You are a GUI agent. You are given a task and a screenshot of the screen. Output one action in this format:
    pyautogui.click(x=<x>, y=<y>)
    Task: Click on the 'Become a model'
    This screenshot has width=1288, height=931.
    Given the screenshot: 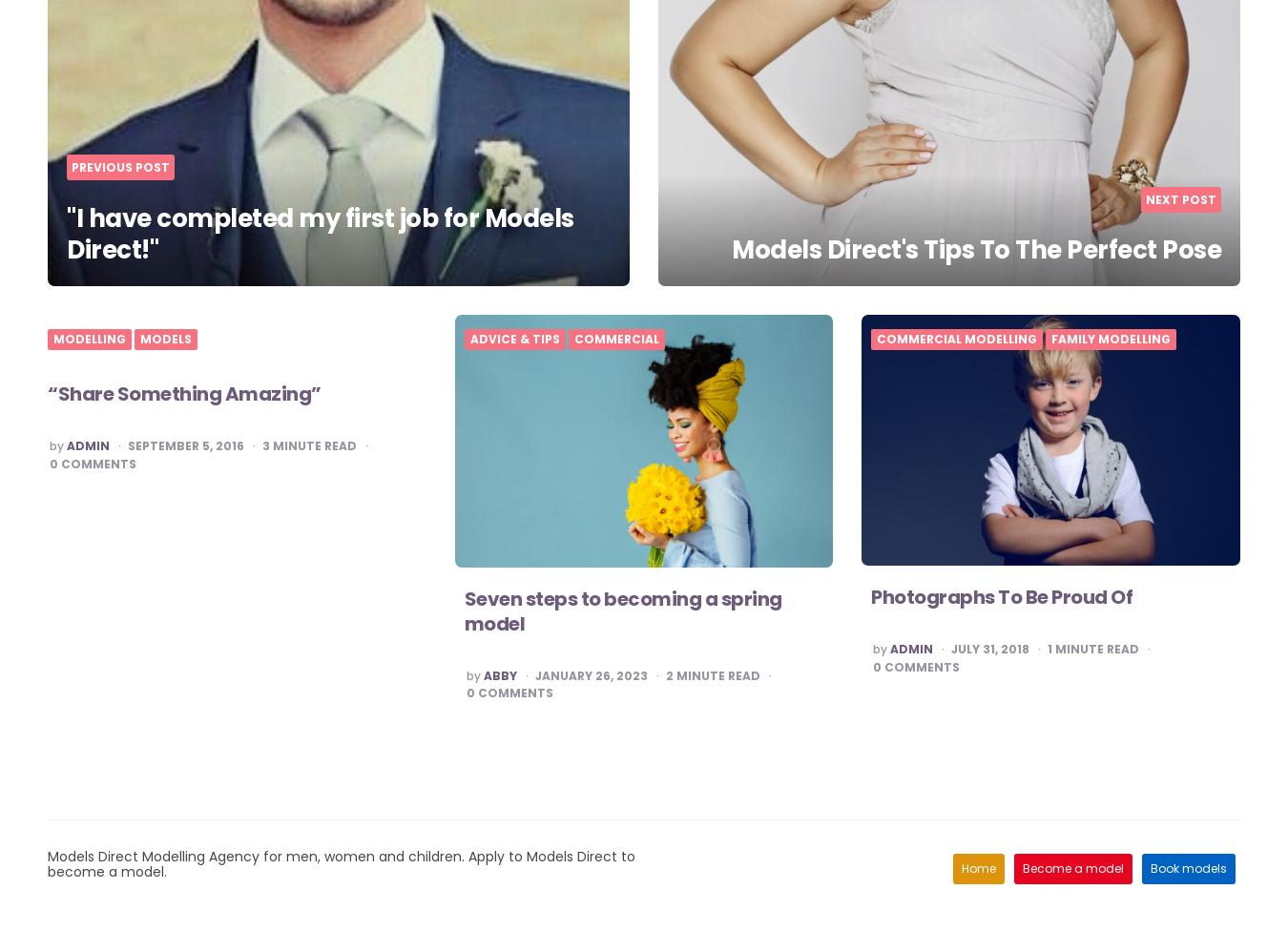 What is the action you would take?
    pyautogui.click(x=1072, y=867)
    